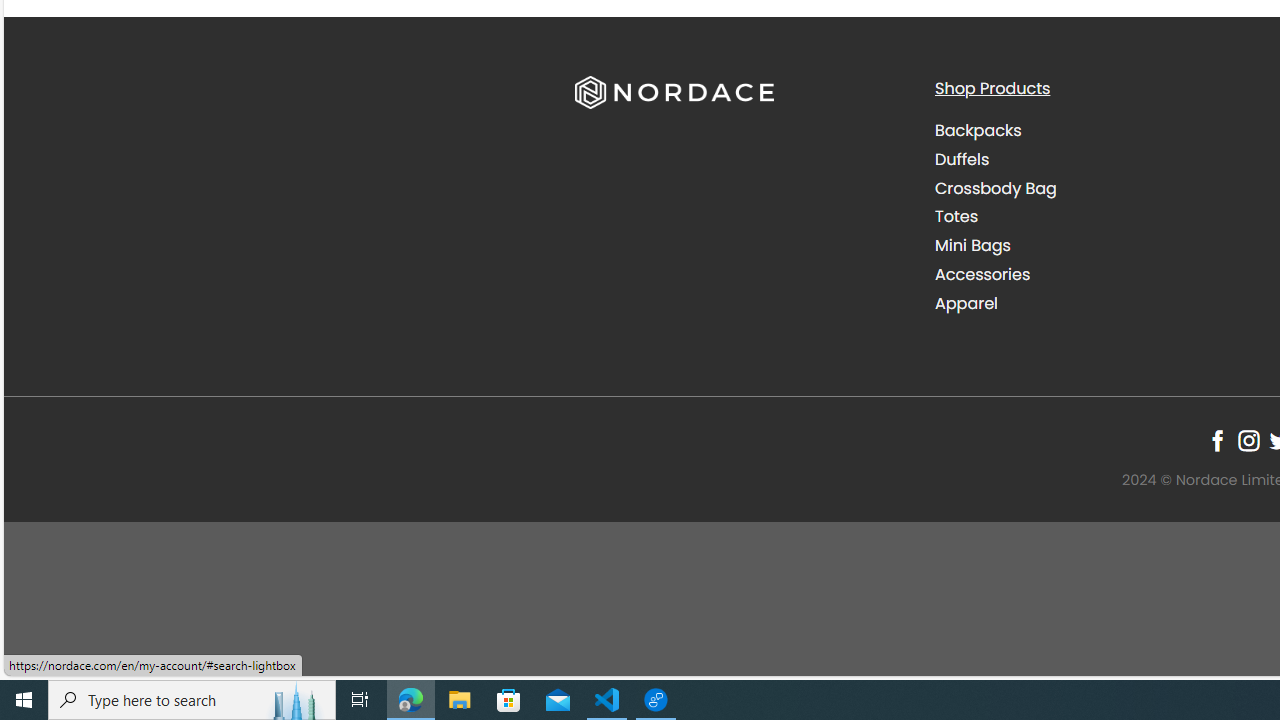 Image resolution: width=1280 pixels, height=720 pixels. What do you see at coordinates (1216, 440) in the screenshot?
I see `'Follow on Facebook'` at bounding box center [1216, 440].